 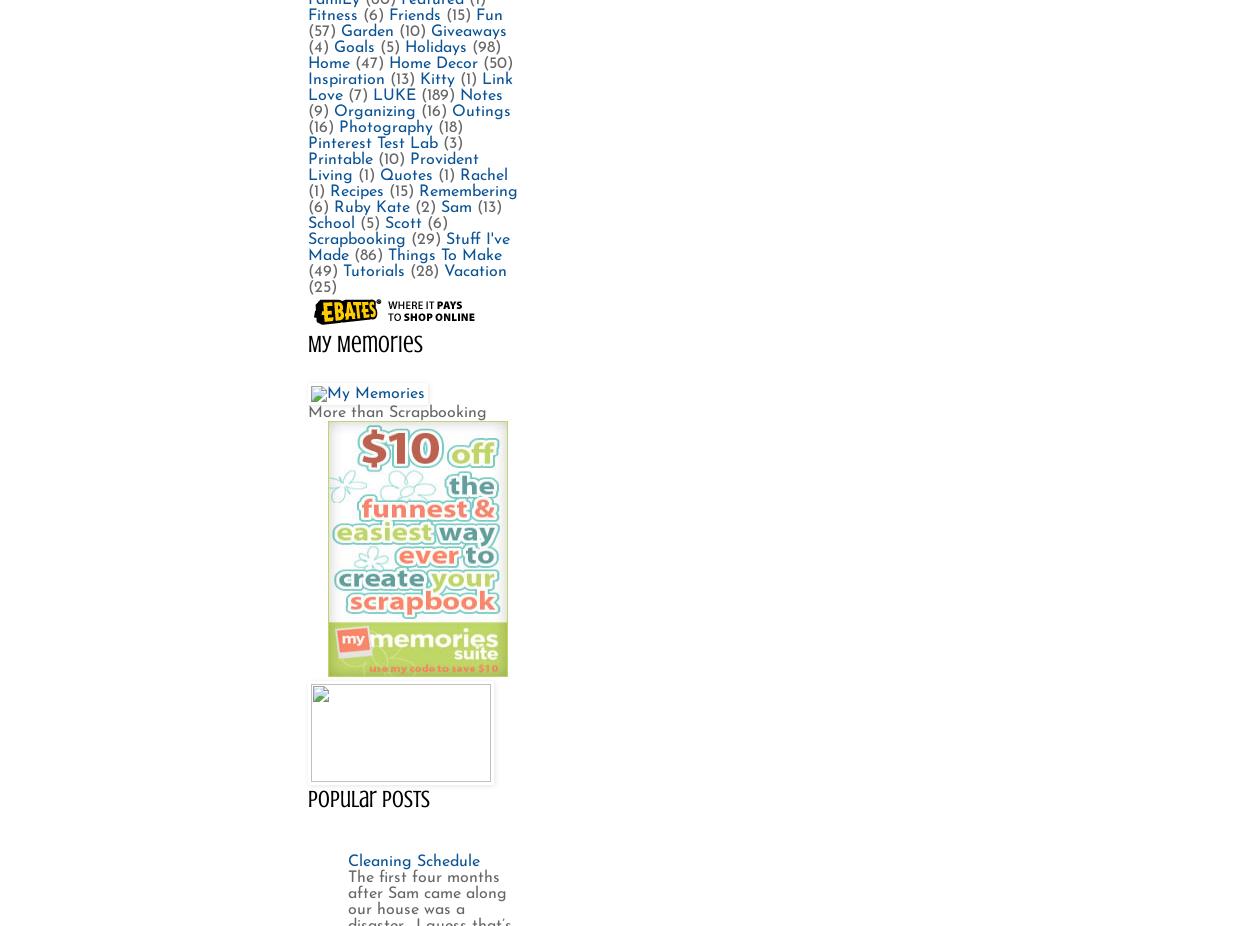 What do you see at coordinates (307, 61) in the screenshot?
I see `'Home'` at bounding box center [307, 61].